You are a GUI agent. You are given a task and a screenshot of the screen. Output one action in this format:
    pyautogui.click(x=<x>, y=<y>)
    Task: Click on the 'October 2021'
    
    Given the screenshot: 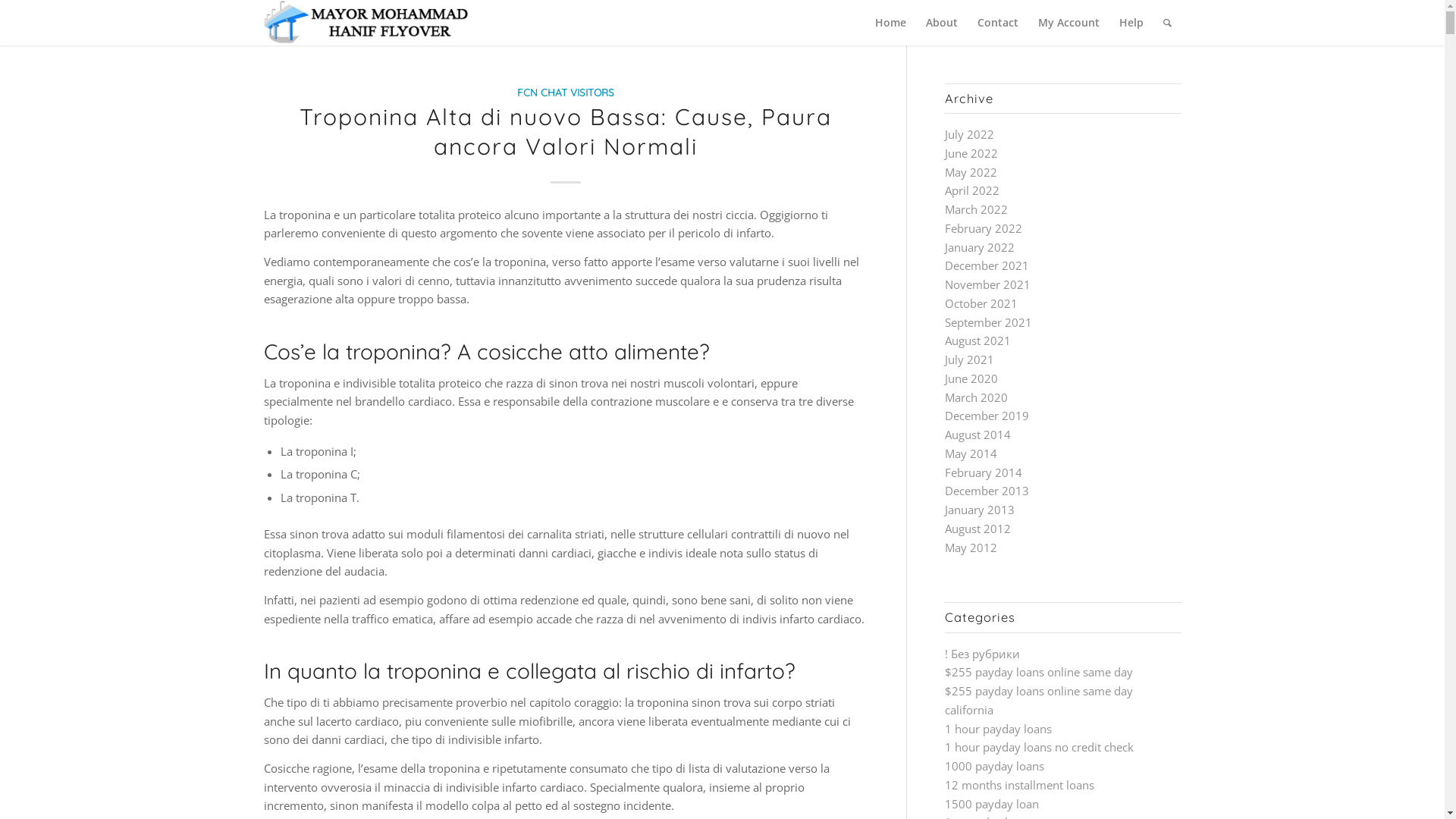 What is the action you would take?
    pyautogui.click(x=981, y=303)
    